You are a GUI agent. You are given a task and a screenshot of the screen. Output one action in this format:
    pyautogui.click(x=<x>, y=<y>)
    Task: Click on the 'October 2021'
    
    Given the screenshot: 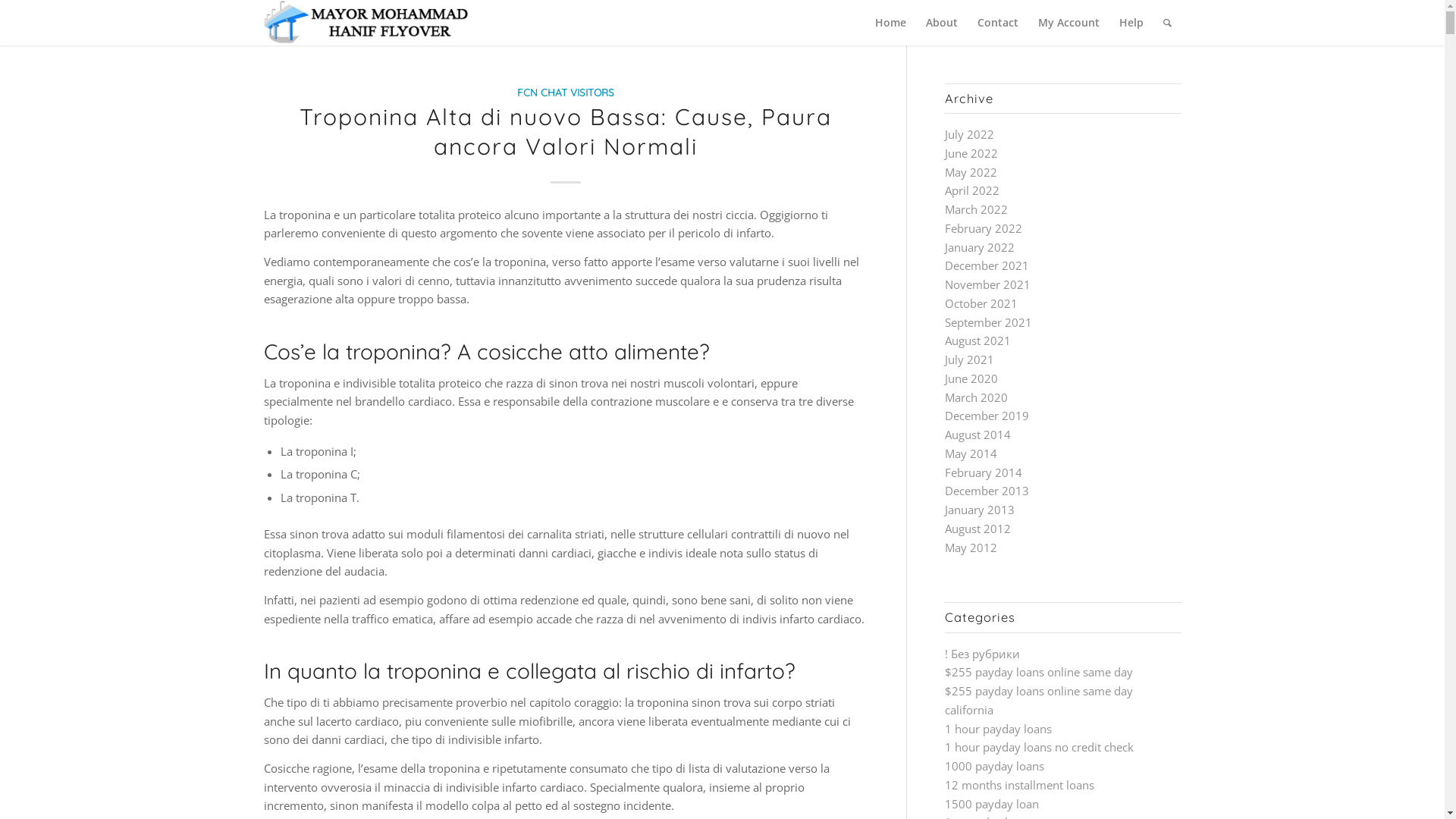 What is the action you would take?
    pyautogui.click(x=981, y=303)
    